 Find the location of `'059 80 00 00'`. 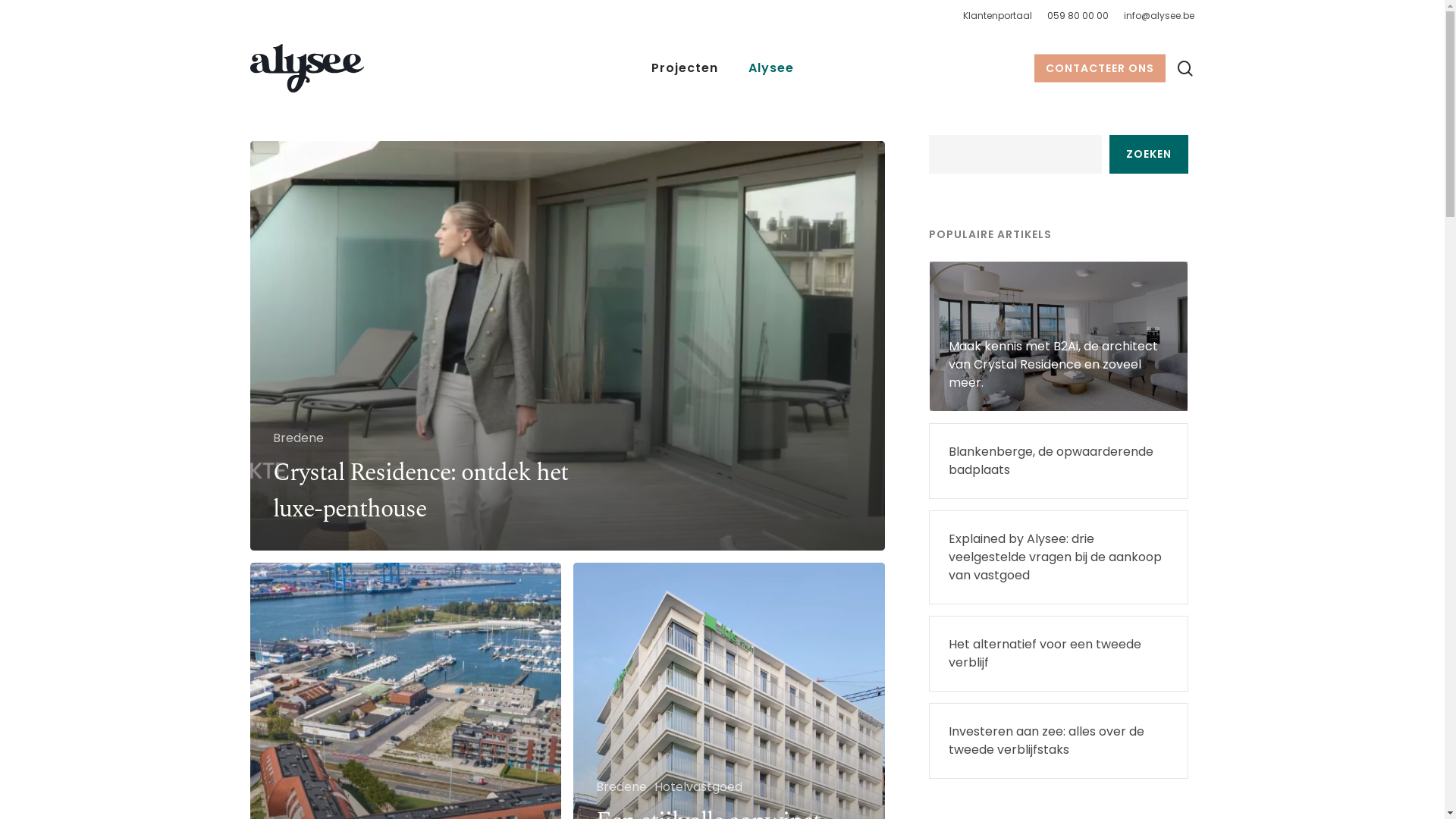

'059 80 00 00' is located at coordinates (1077, 15).